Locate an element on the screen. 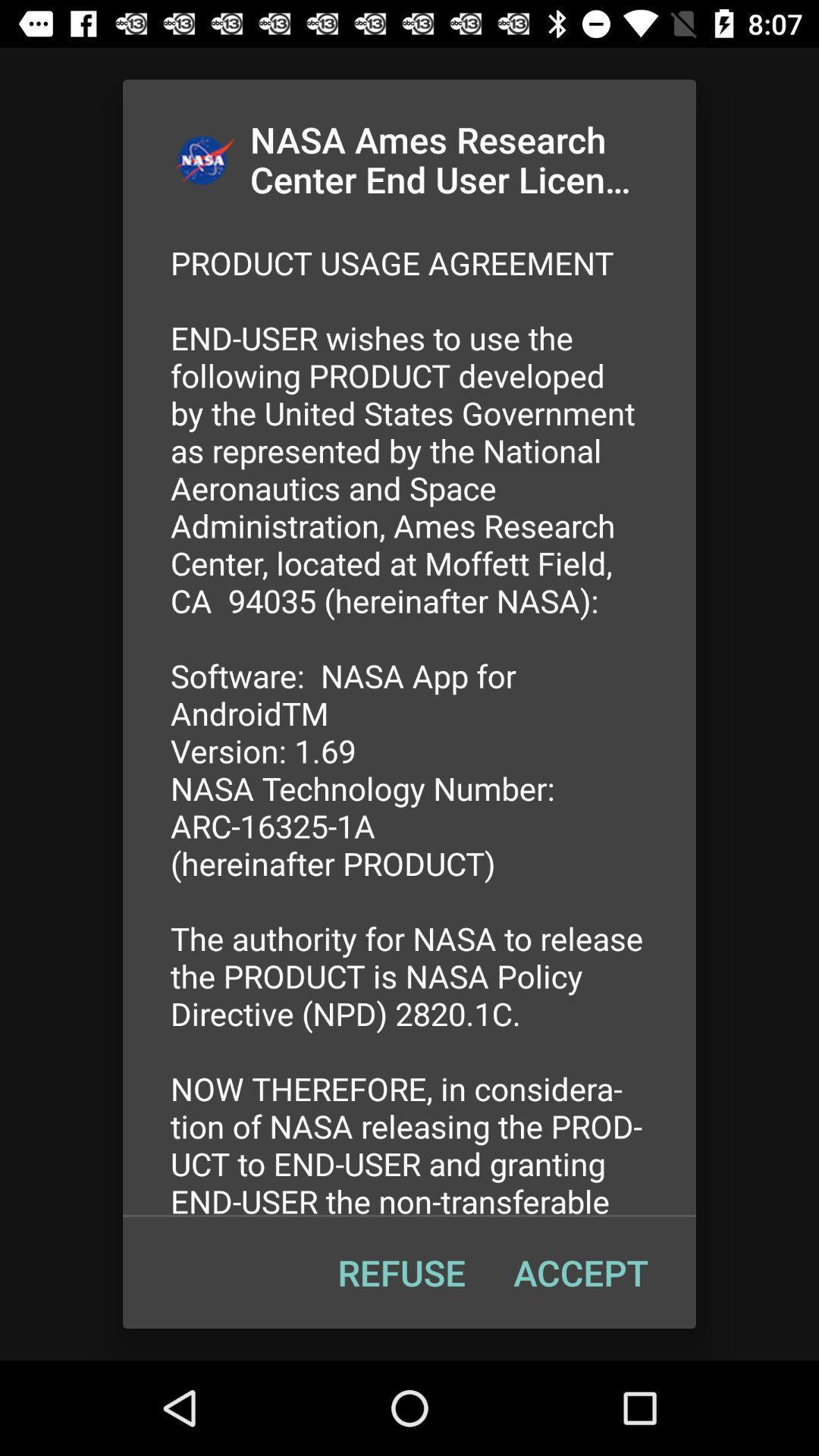  the item to the left of accept icon is located at coordinates (400, 1272).